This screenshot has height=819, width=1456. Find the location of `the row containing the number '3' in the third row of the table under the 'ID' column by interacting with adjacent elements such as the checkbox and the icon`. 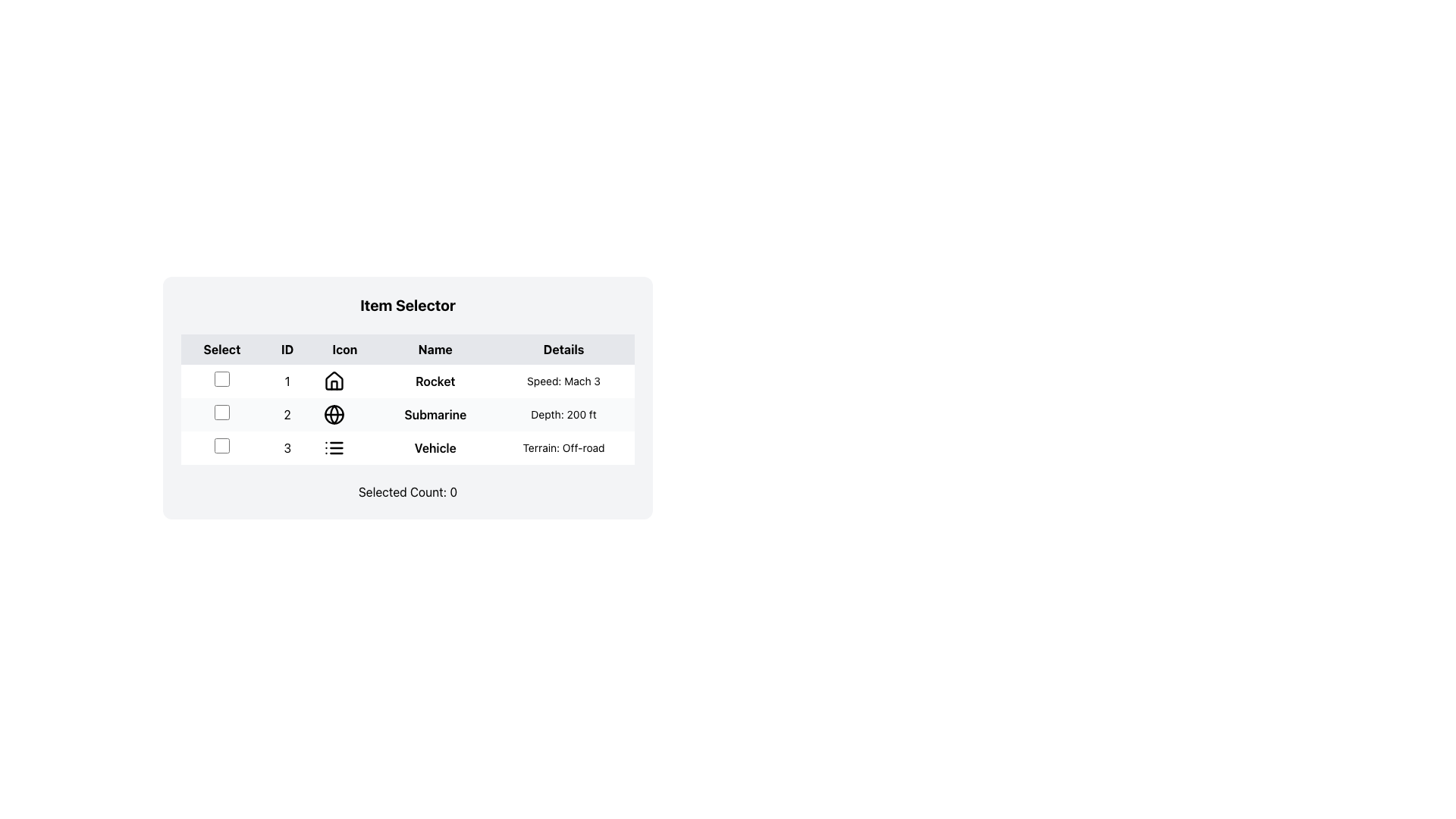

the row containing the number '3' in the third row of the table under the 'ID' column by interacting with adjacent elements such as the checkbox and the icon is located at coordinates (287, 447).